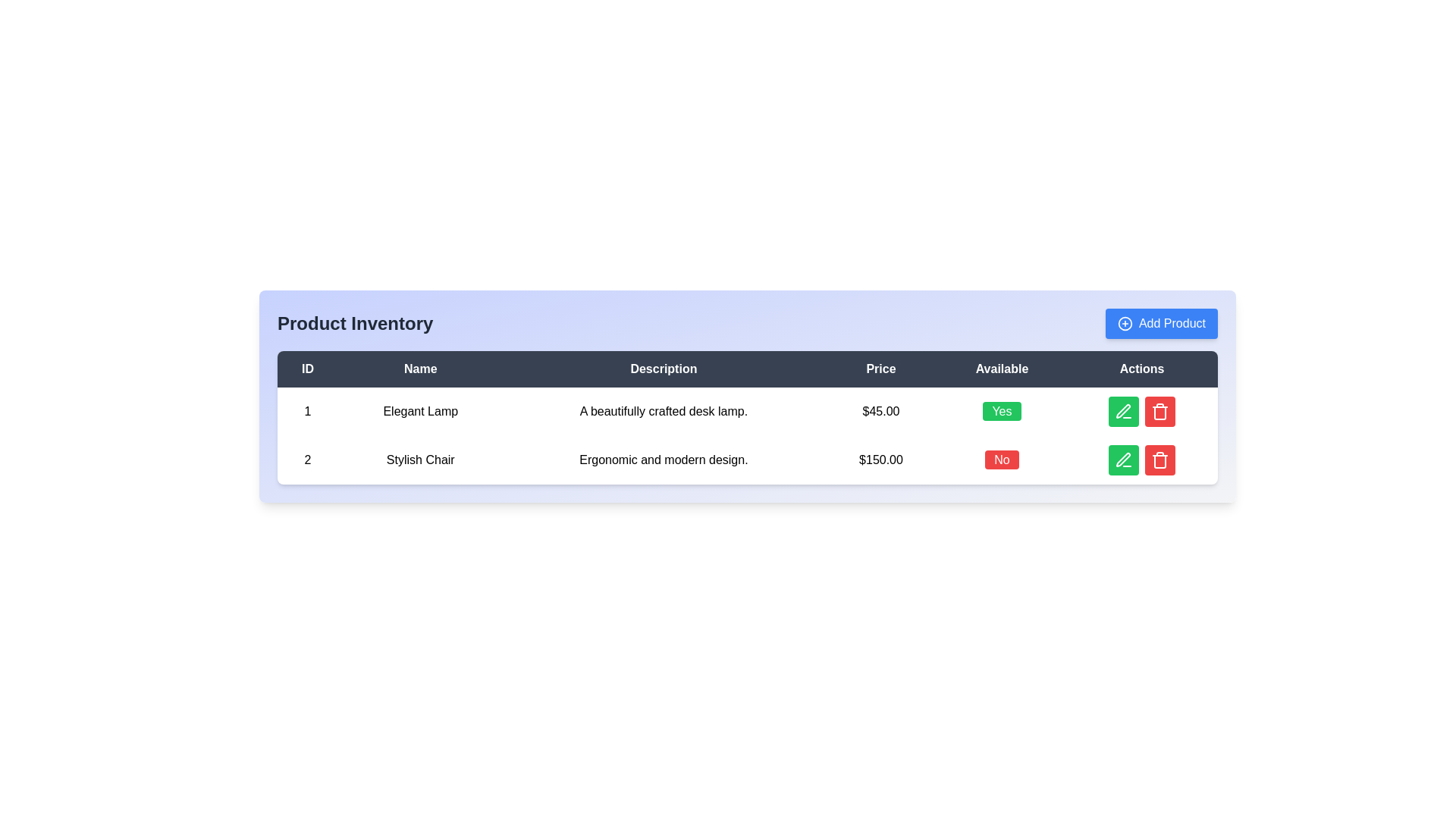  Describe the element at coordinates (1159, 459) in the screenshot. I see `the small rounded red button with a white trash bin icon in the 'Actions' column for the product 'Stylish Chair'` at that location.